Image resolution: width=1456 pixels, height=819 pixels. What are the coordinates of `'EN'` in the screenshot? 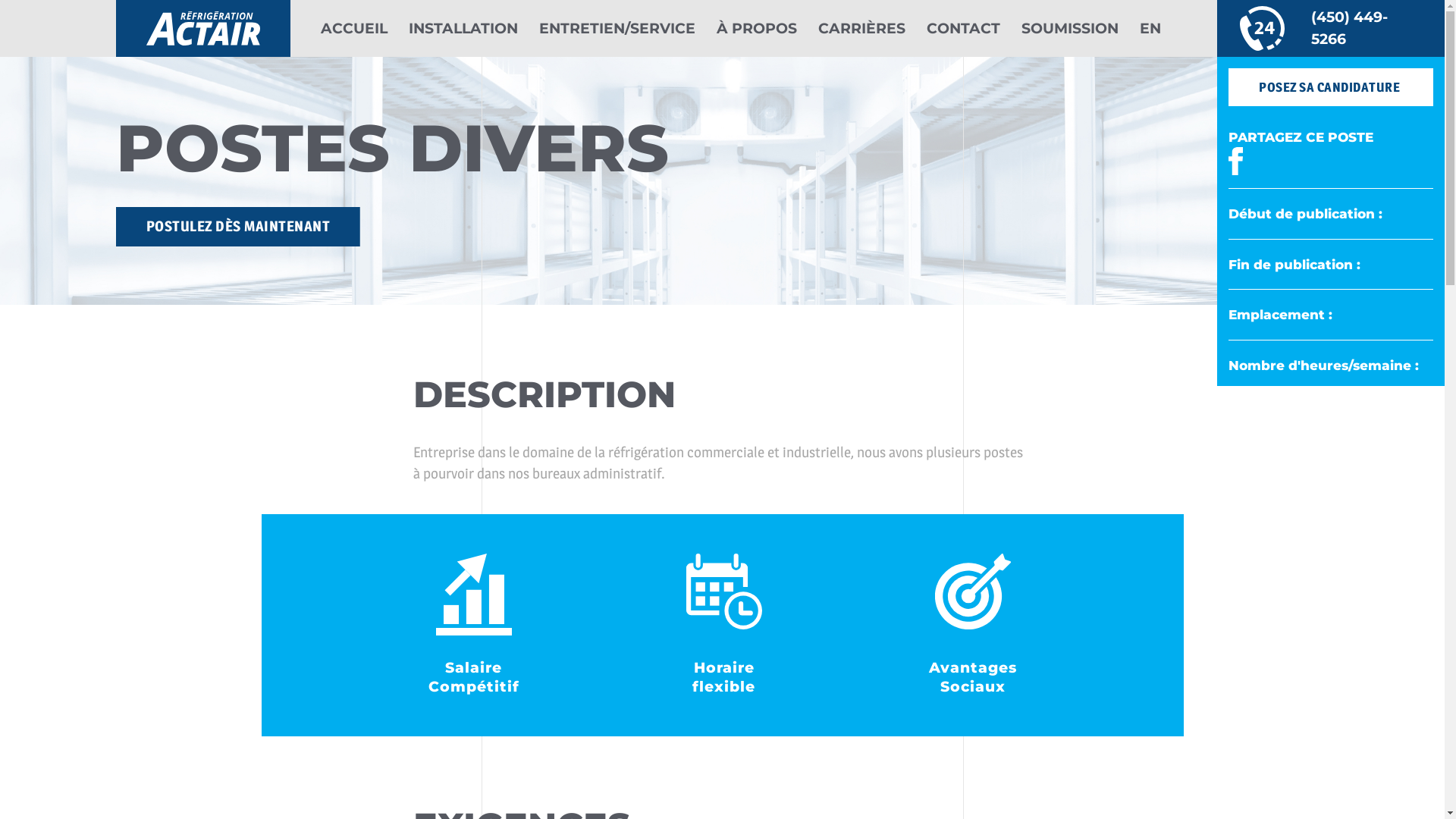 It's located at (1150, 28).